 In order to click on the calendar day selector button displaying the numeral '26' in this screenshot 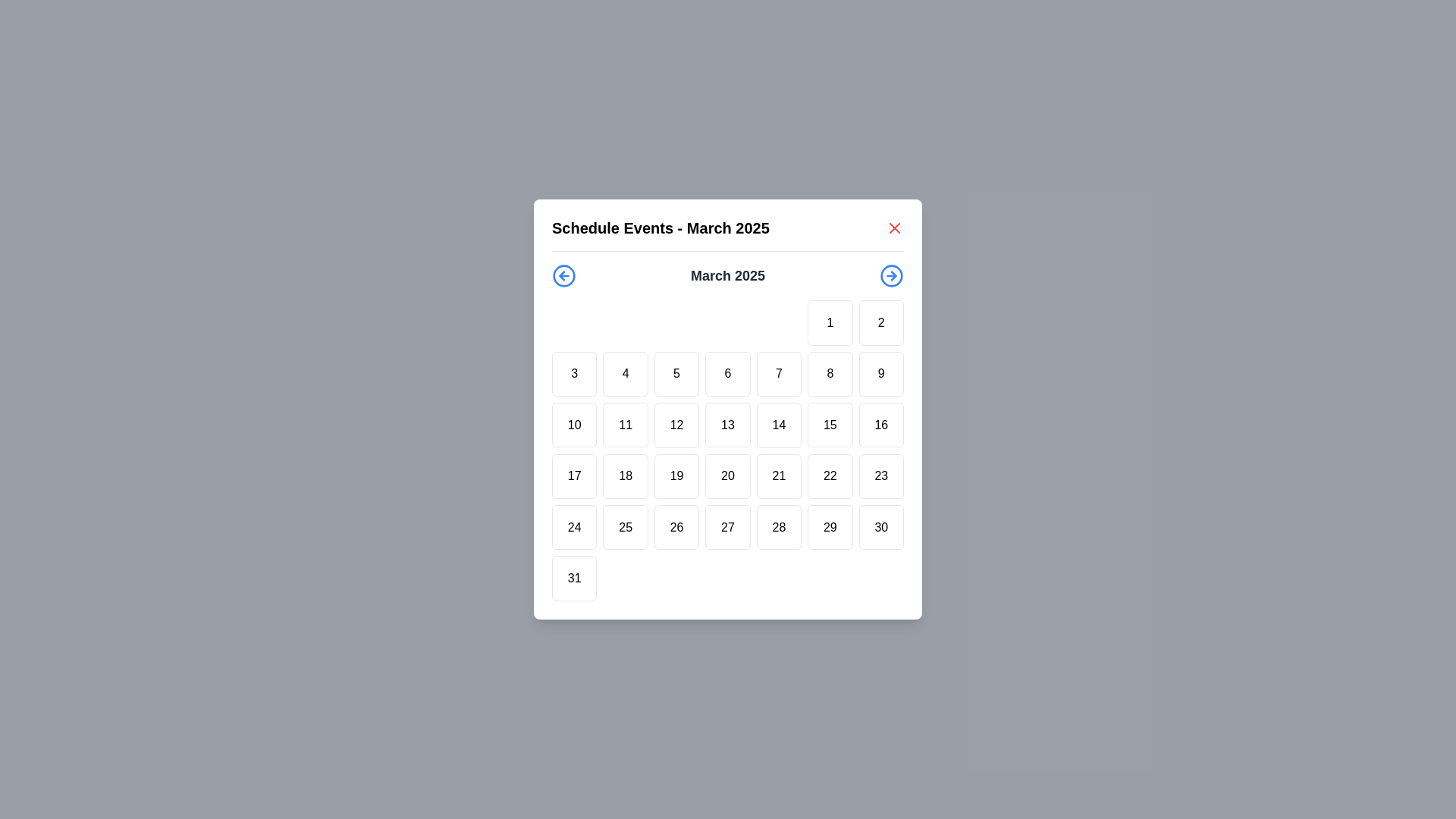, I will do `click(676, 526)`.